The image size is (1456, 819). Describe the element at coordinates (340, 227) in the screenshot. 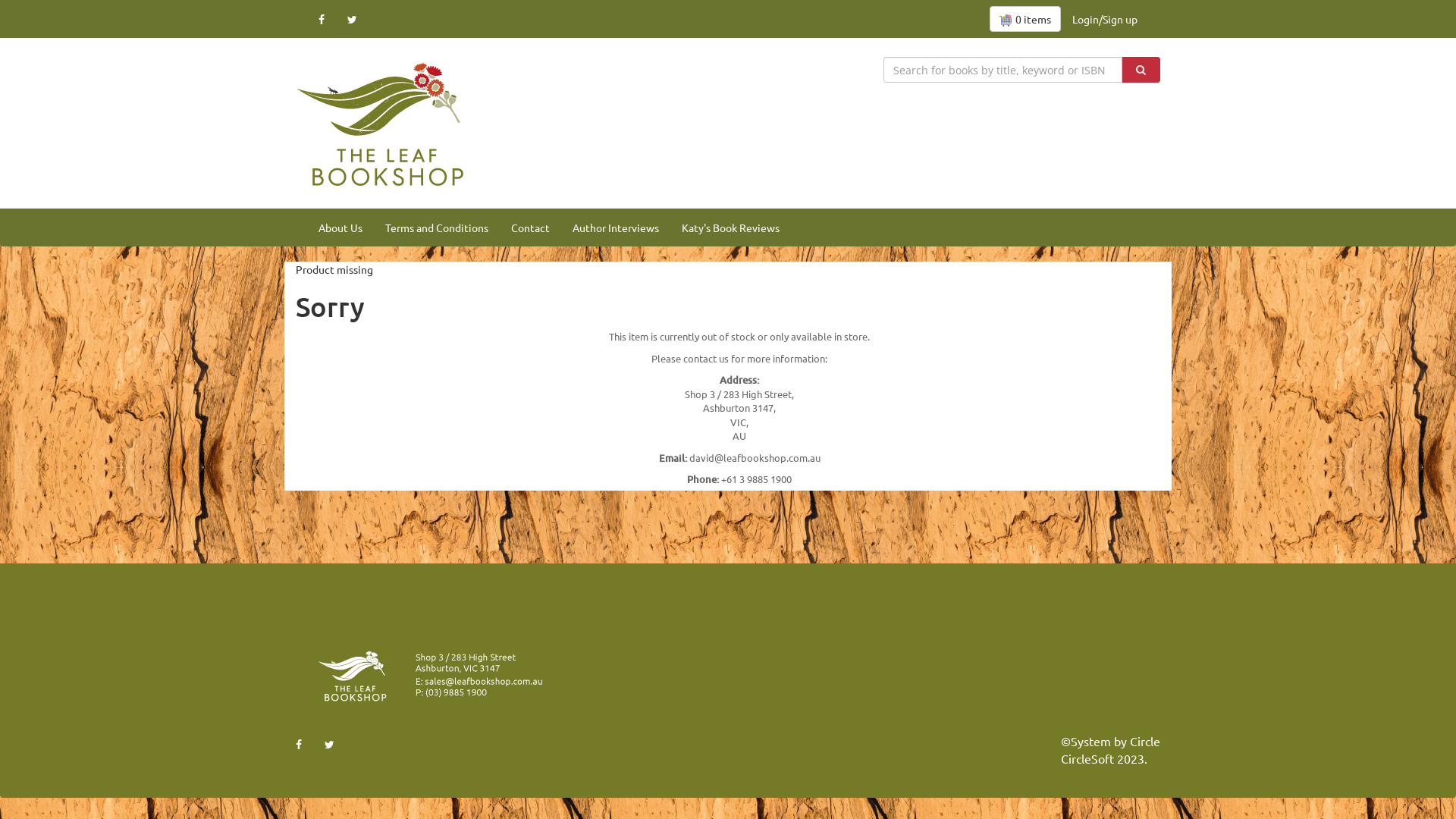

I see `'About Us'` at that location.